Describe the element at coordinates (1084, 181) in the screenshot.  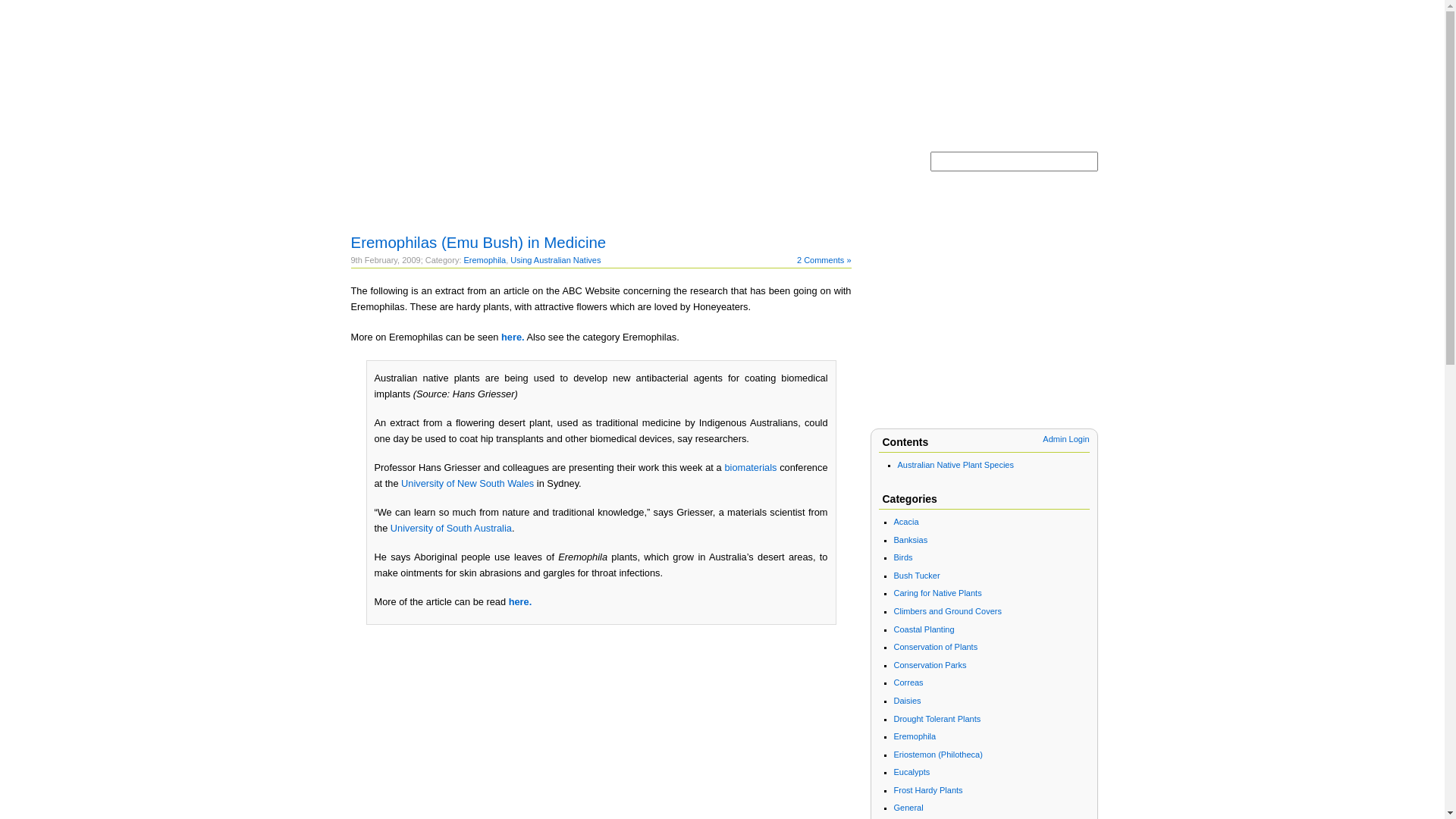
I see `'Search'` at that location.